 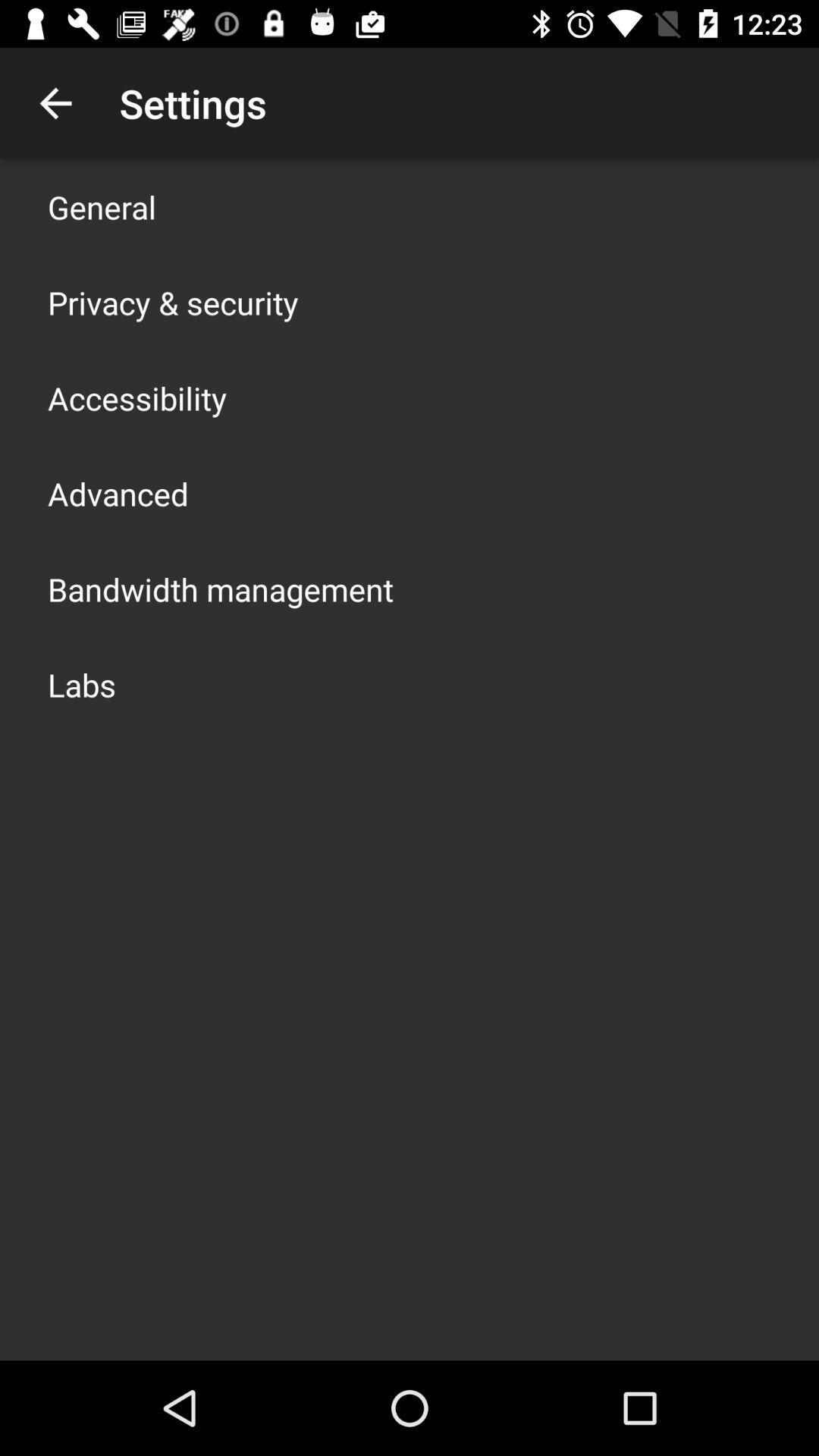 What do you see at coordinates (220, 588) in the screenshot?
I see `the icon above labs app` at bounding box center [220, 588].